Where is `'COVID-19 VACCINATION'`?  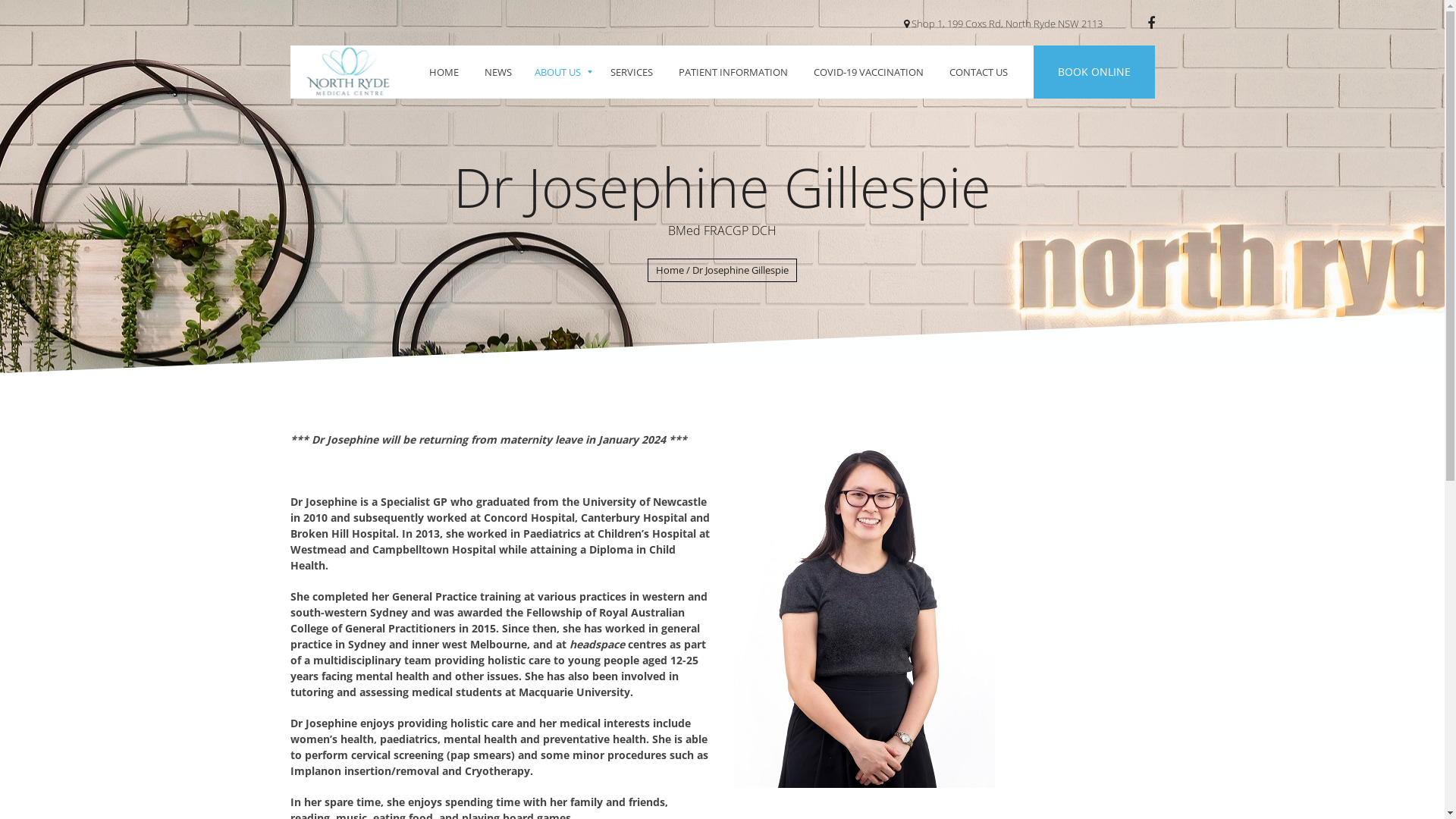
'COVID-19 VACCINATION' is located at coordinates (868, 72).